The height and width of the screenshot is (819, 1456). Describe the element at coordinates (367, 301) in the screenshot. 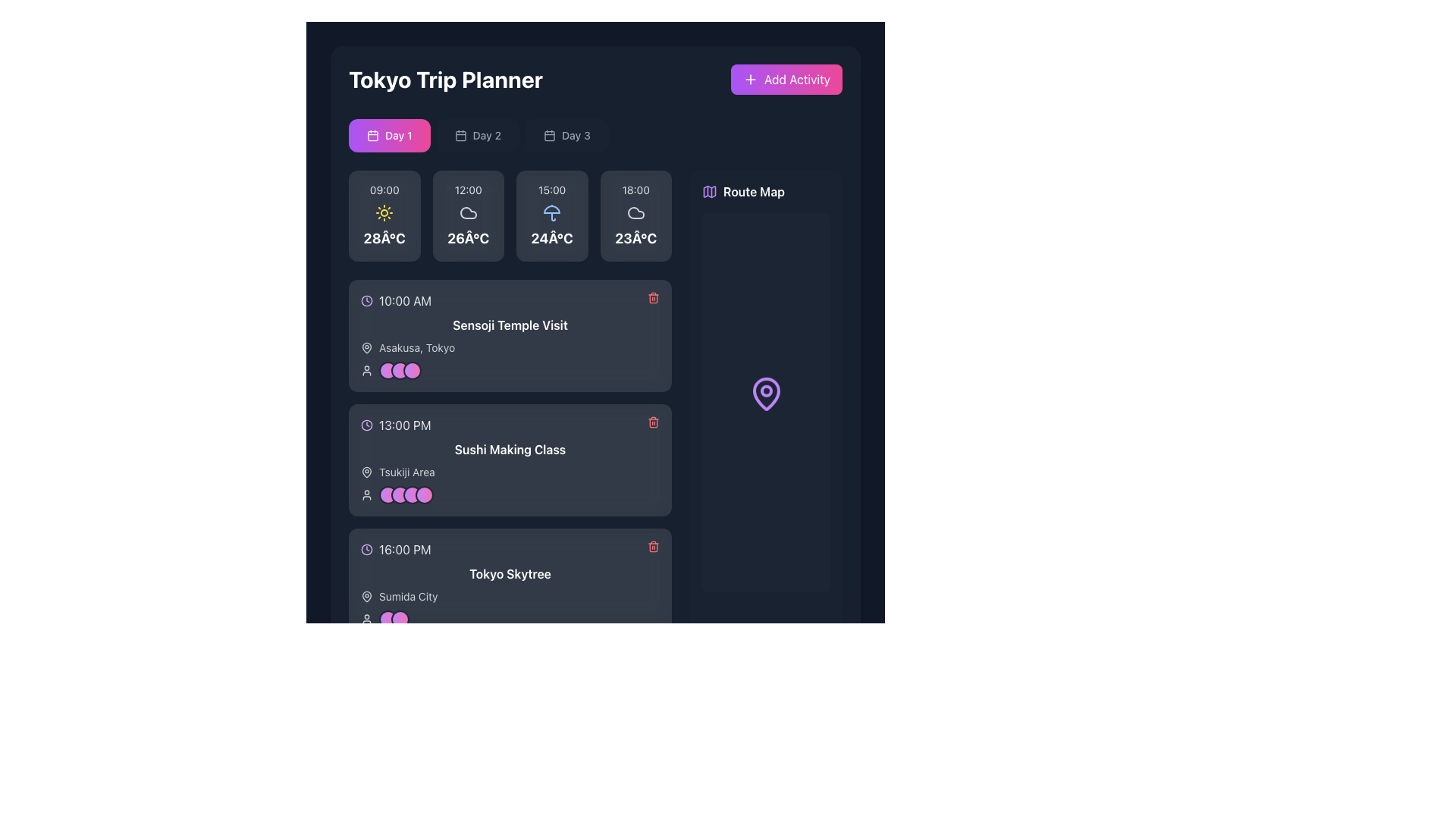

I see `the decorative SVG Circle element of the clock icon indicating the time for 'Sensoji Temple Visit', located to the left of the time label '10:00 AM' in the first itinerary card` at that location.